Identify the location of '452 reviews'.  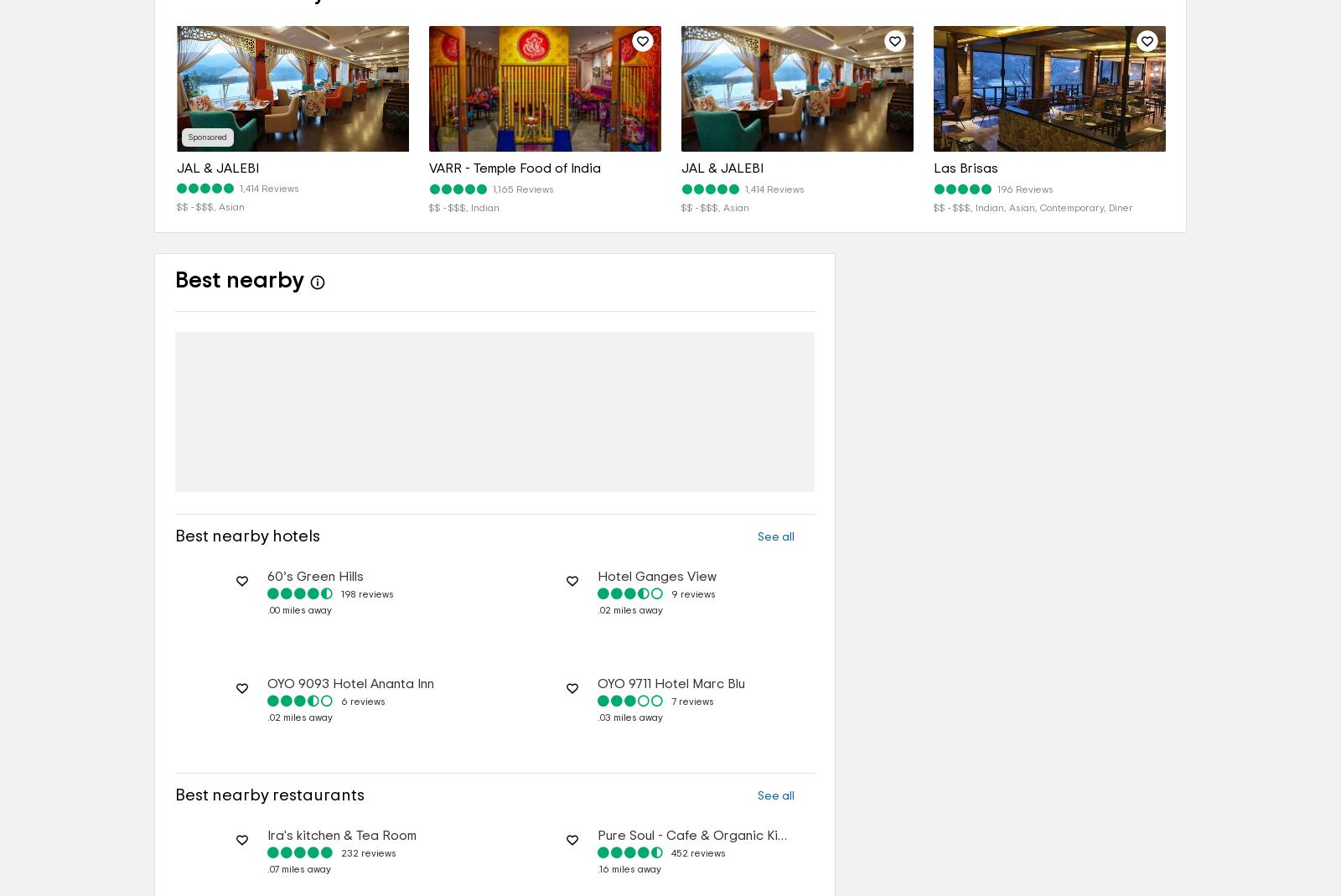
(696, 853).